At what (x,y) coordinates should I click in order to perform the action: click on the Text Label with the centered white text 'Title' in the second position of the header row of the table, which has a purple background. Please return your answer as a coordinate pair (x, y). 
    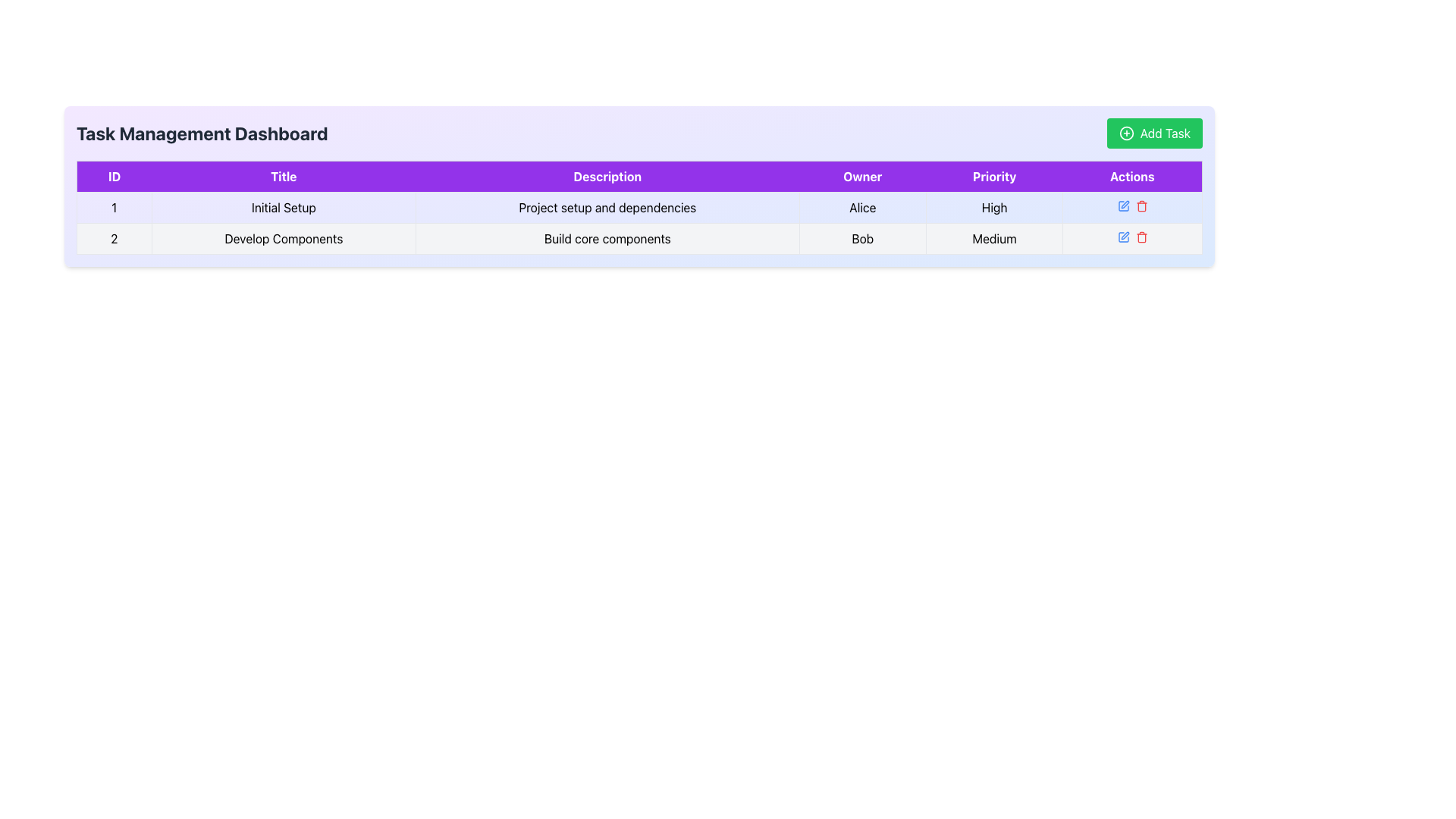
    Looking at the image, I should click on (284, 175).